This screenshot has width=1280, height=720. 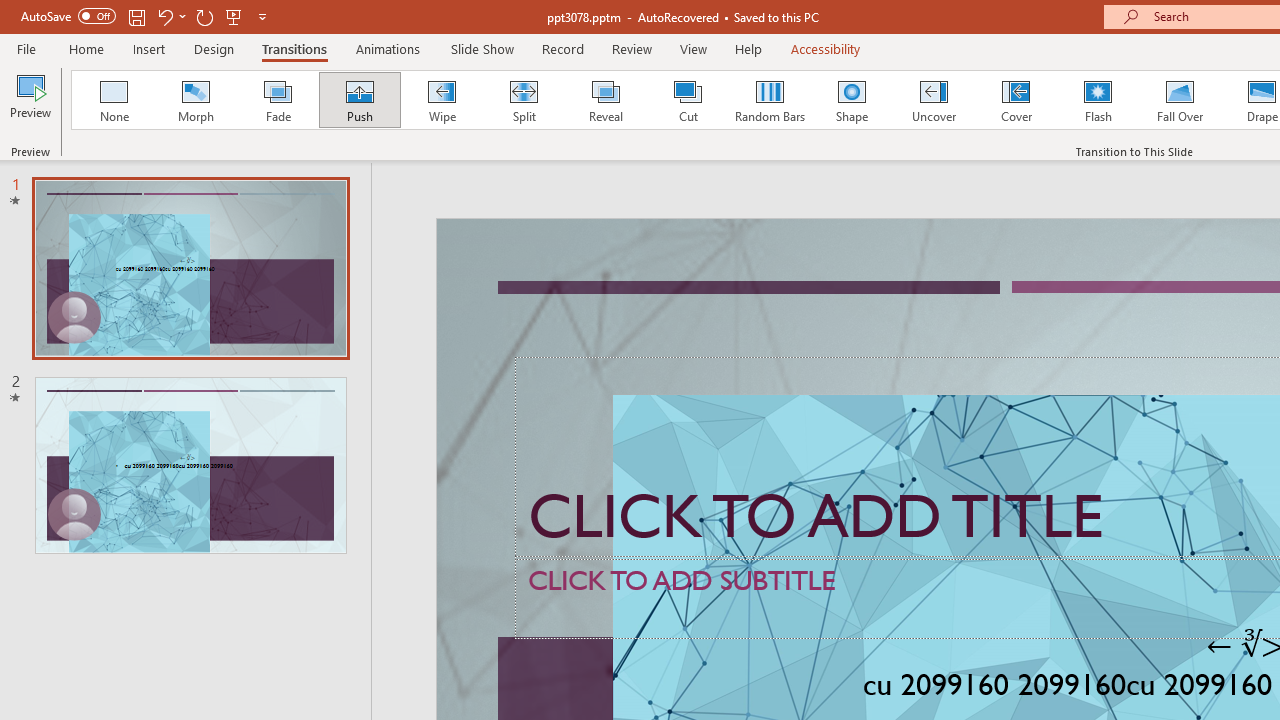 I want to click on 'Push', so click(x=359, y=100).